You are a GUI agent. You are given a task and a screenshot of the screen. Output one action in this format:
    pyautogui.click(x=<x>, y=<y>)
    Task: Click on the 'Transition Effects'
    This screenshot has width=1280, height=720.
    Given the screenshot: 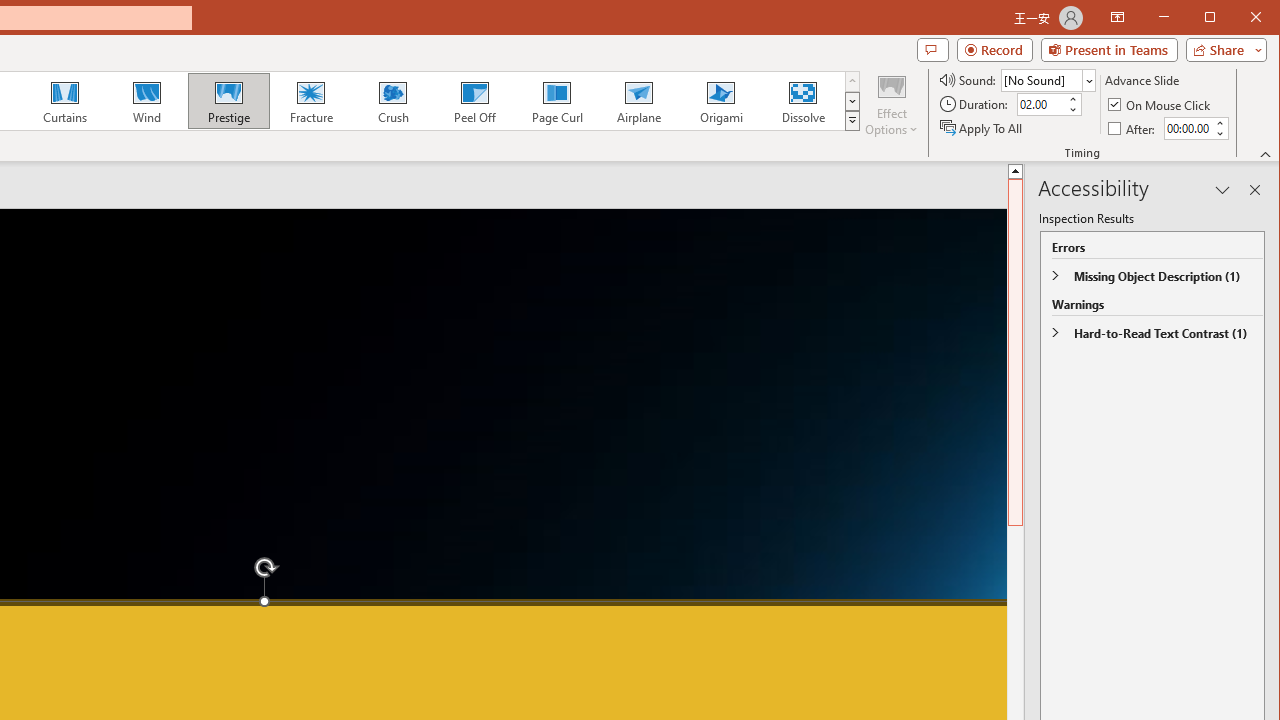 What is the action you would take?
    pyautogui.click(x=852, y=120)
    